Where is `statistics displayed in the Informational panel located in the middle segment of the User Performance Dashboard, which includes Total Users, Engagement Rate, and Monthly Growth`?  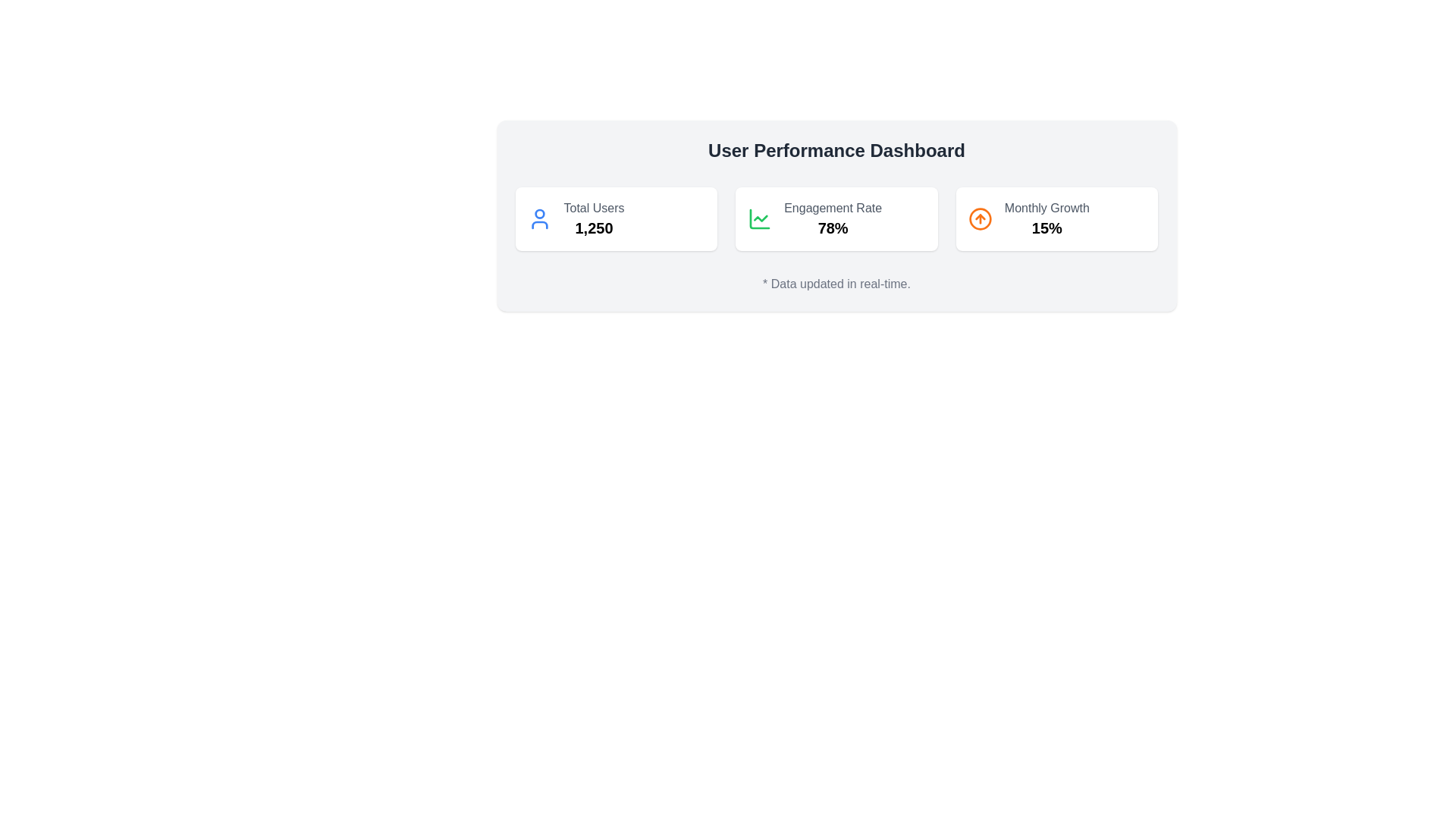
statistics displayed in the Informational panel located in the middle segment of the User Performance Dashboard, which includes Total Users, Engagement Rate, and Monthly Growth is located at coordinates (836, 219).